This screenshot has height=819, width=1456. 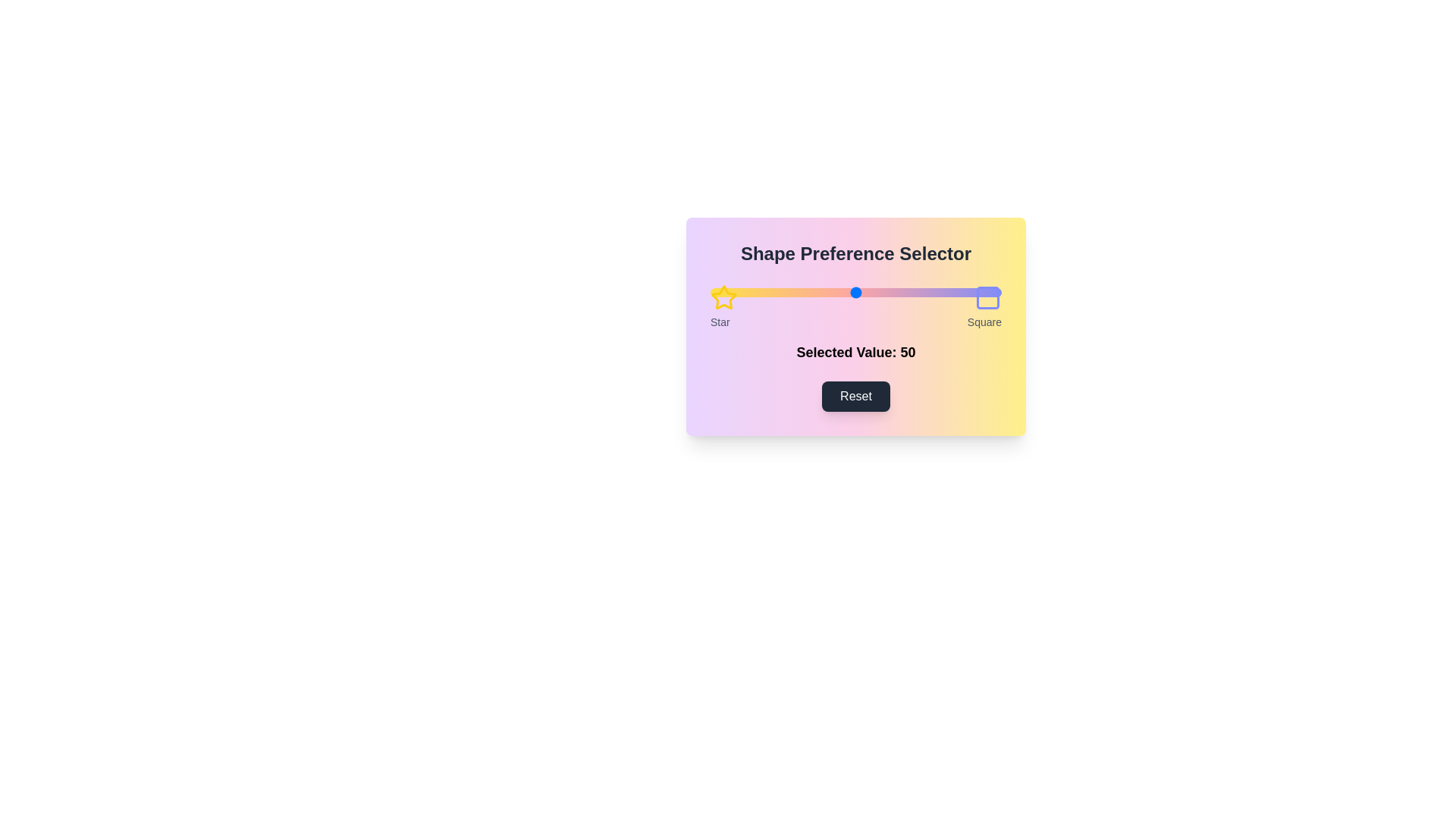 I want to click on the slider to set the preference value to 88, so click(x=965, y=292).